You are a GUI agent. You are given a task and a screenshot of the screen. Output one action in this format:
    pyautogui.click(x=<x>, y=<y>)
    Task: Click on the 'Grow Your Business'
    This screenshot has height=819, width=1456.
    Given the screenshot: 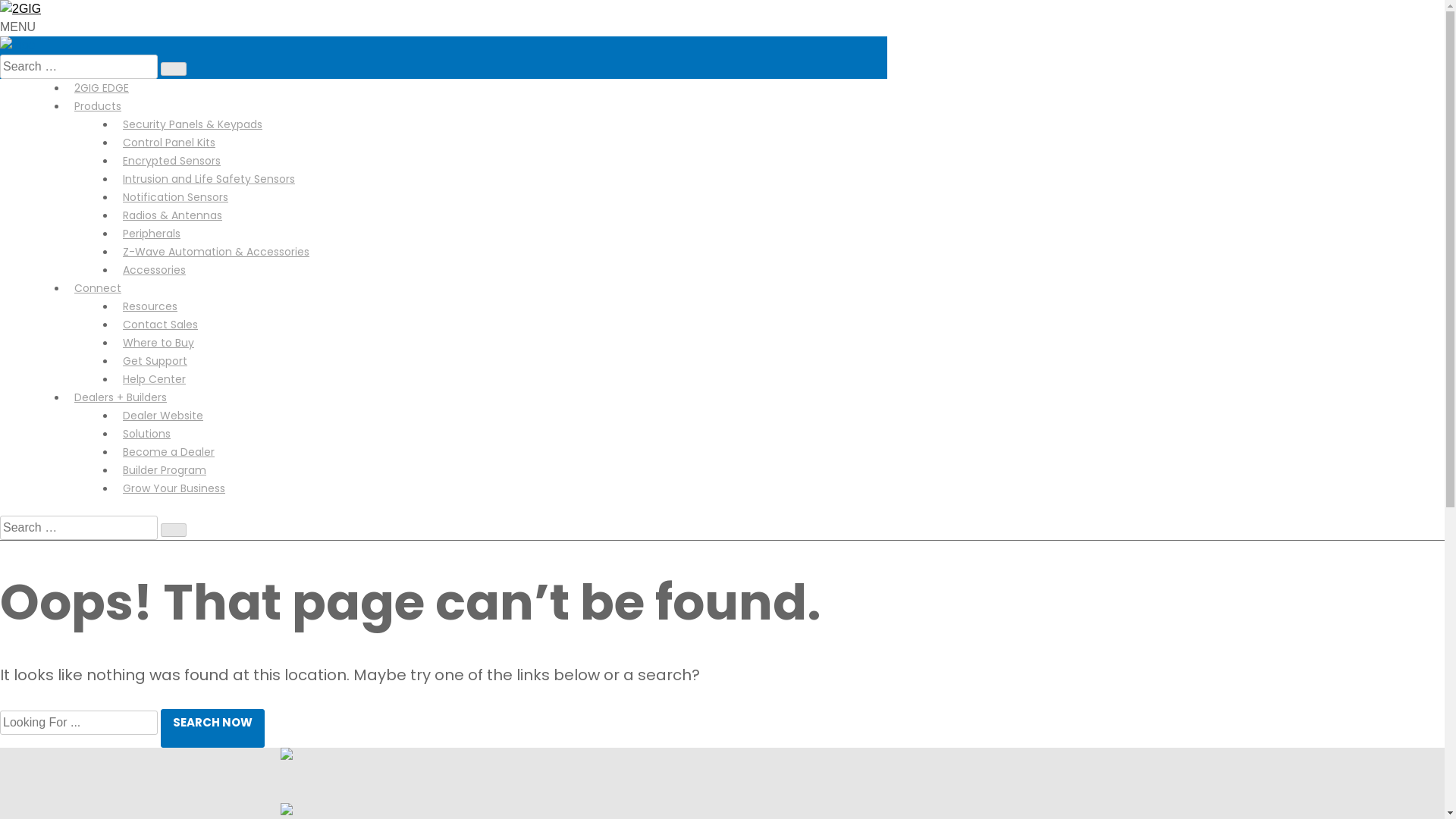 What is the action you would take?
    pyautogui.click(x=174, y=488)
    